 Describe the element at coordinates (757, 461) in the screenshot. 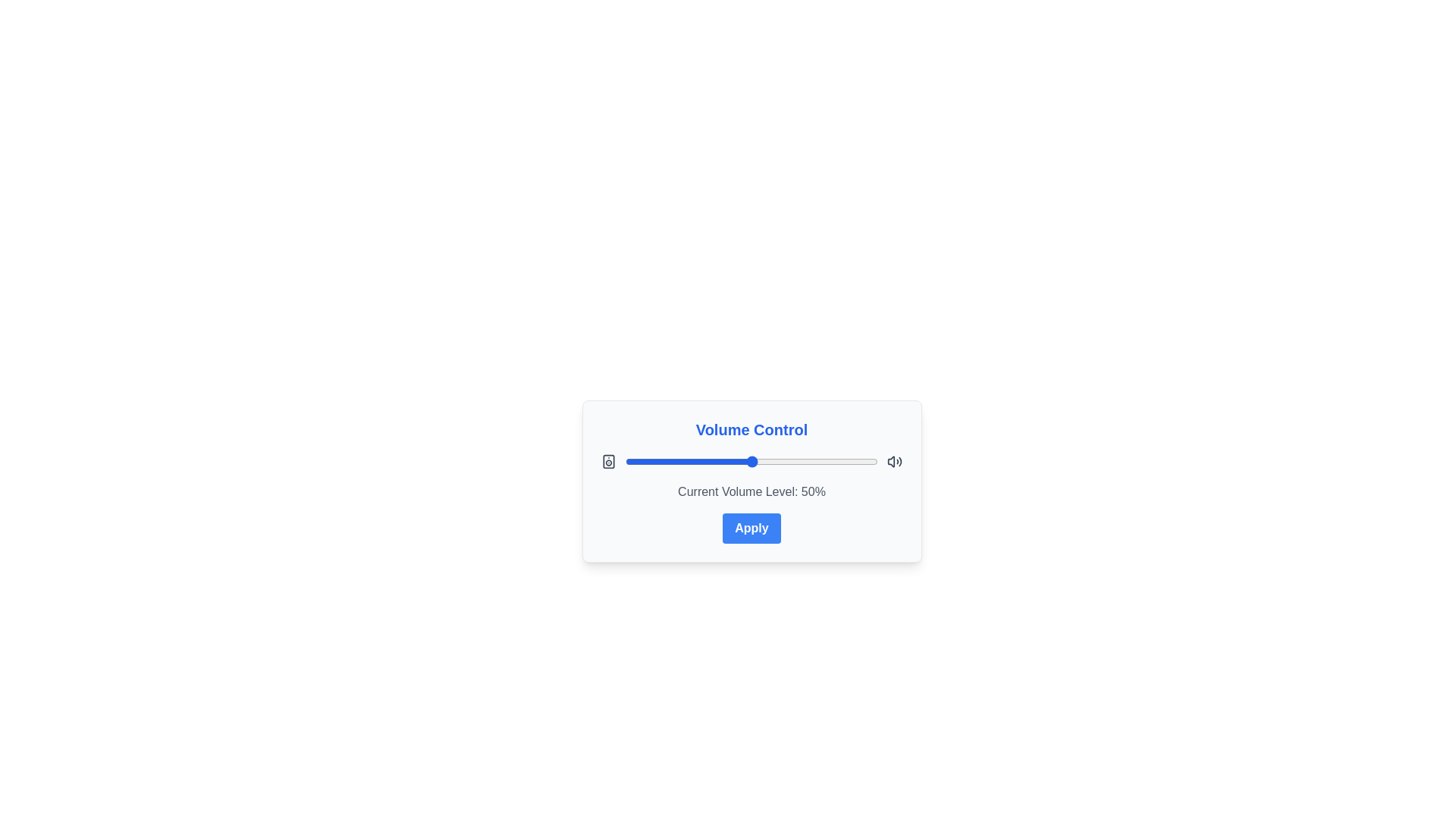

I see `the slider` at that location.